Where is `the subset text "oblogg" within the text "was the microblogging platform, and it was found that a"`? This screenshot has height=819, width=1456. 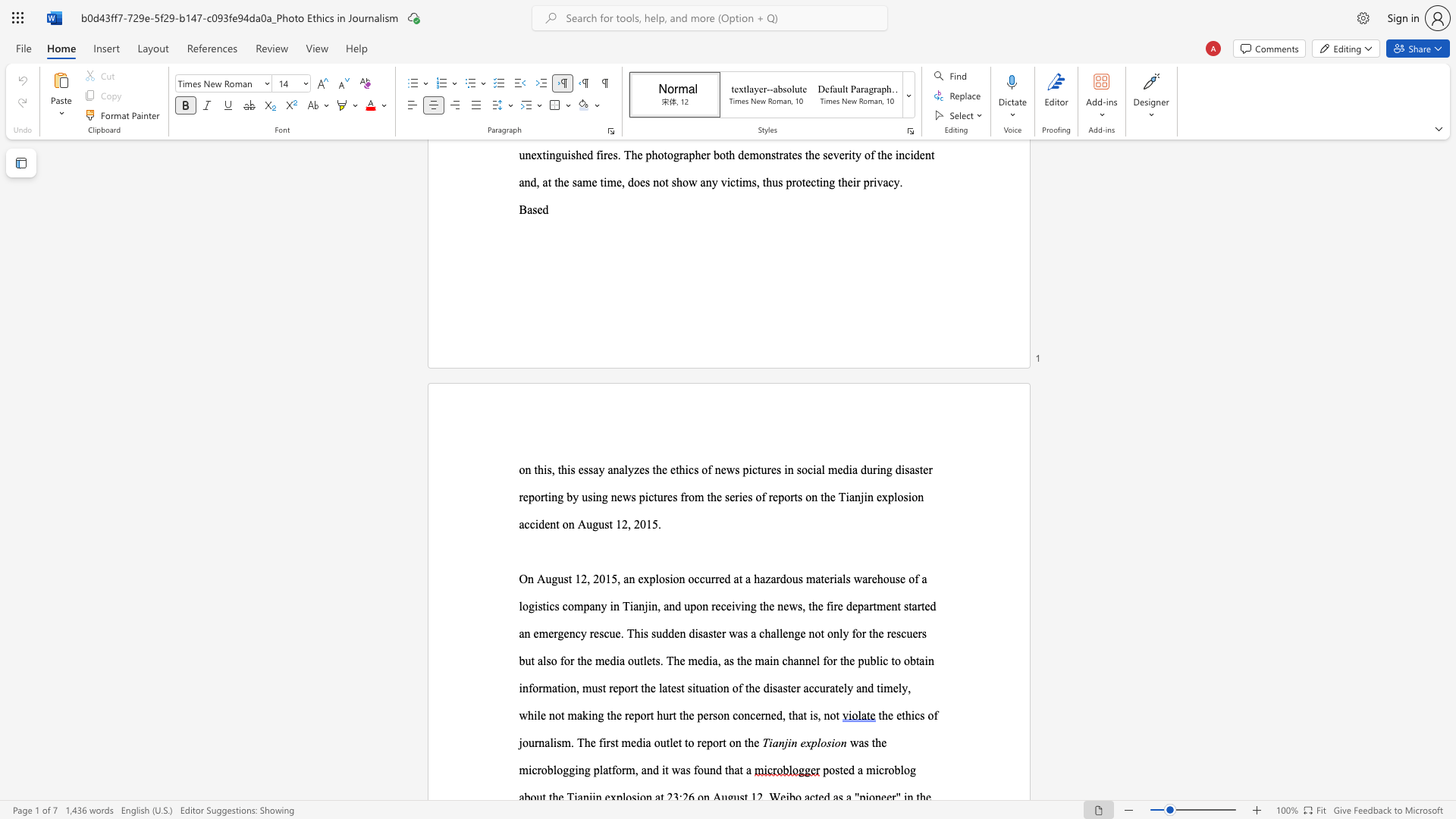
the subset text "oblogg" within the text "was the microblogging platform, and it was found that a" is located at coordinates (541, 770).